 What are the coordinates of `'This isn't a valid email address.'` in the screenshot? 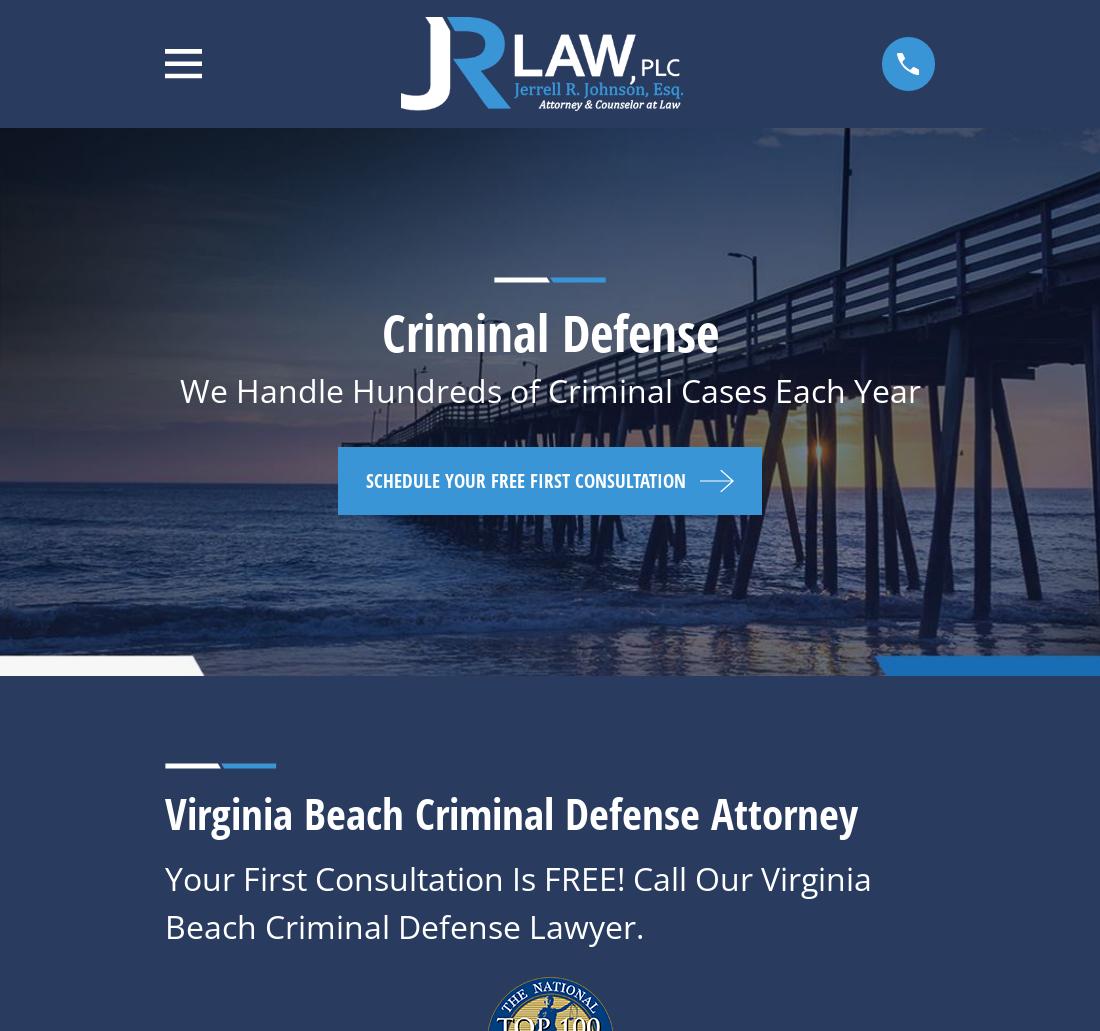 It's located at (815, 805).